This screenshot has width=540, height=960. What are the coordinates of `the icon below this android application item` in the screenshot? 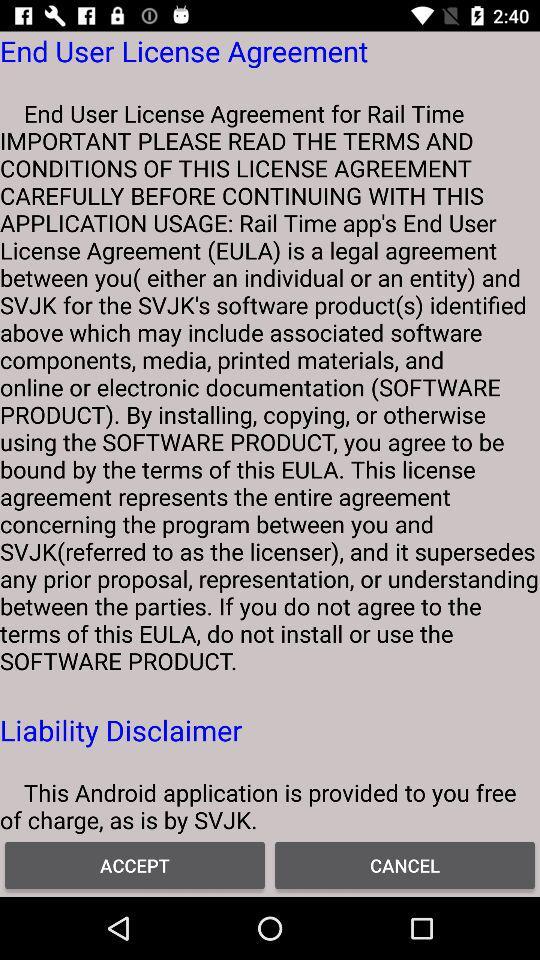 It's located at (135, 864).